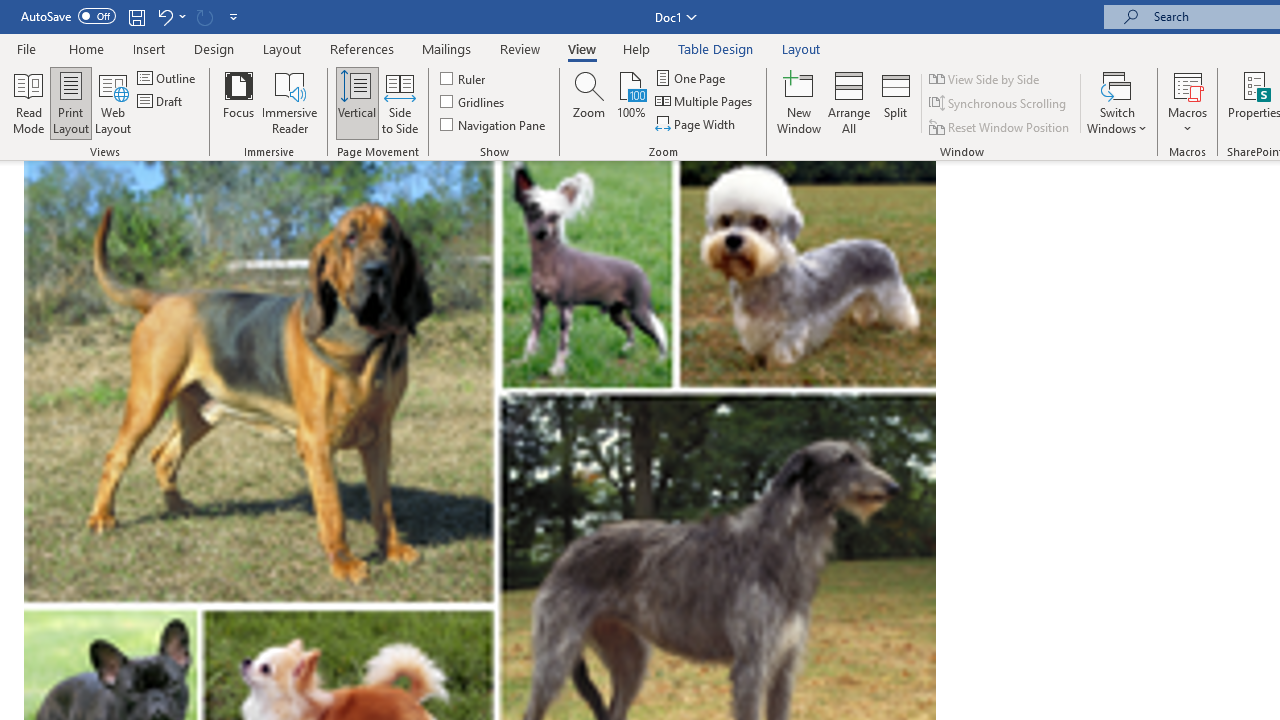 Image resolution: width=1280 pixels, height=720 pixels. What do you see at coordinates (238, 103) in the screenshot?
I see `'Focus'` at bounding box center [238, 103].